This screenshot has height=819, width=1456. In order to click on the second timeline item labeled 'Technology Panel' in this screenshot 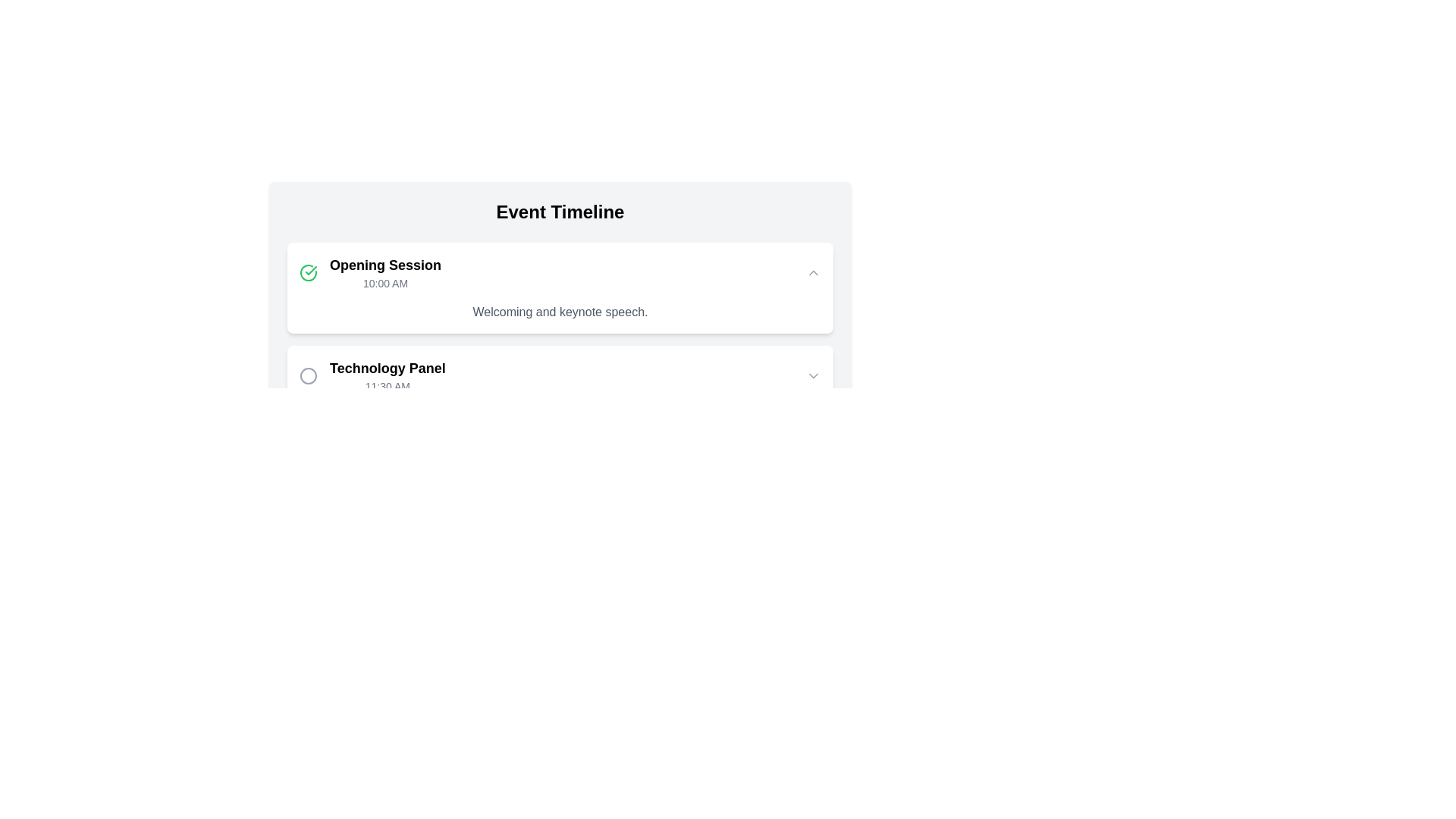, I will do `click(560, 375)`.